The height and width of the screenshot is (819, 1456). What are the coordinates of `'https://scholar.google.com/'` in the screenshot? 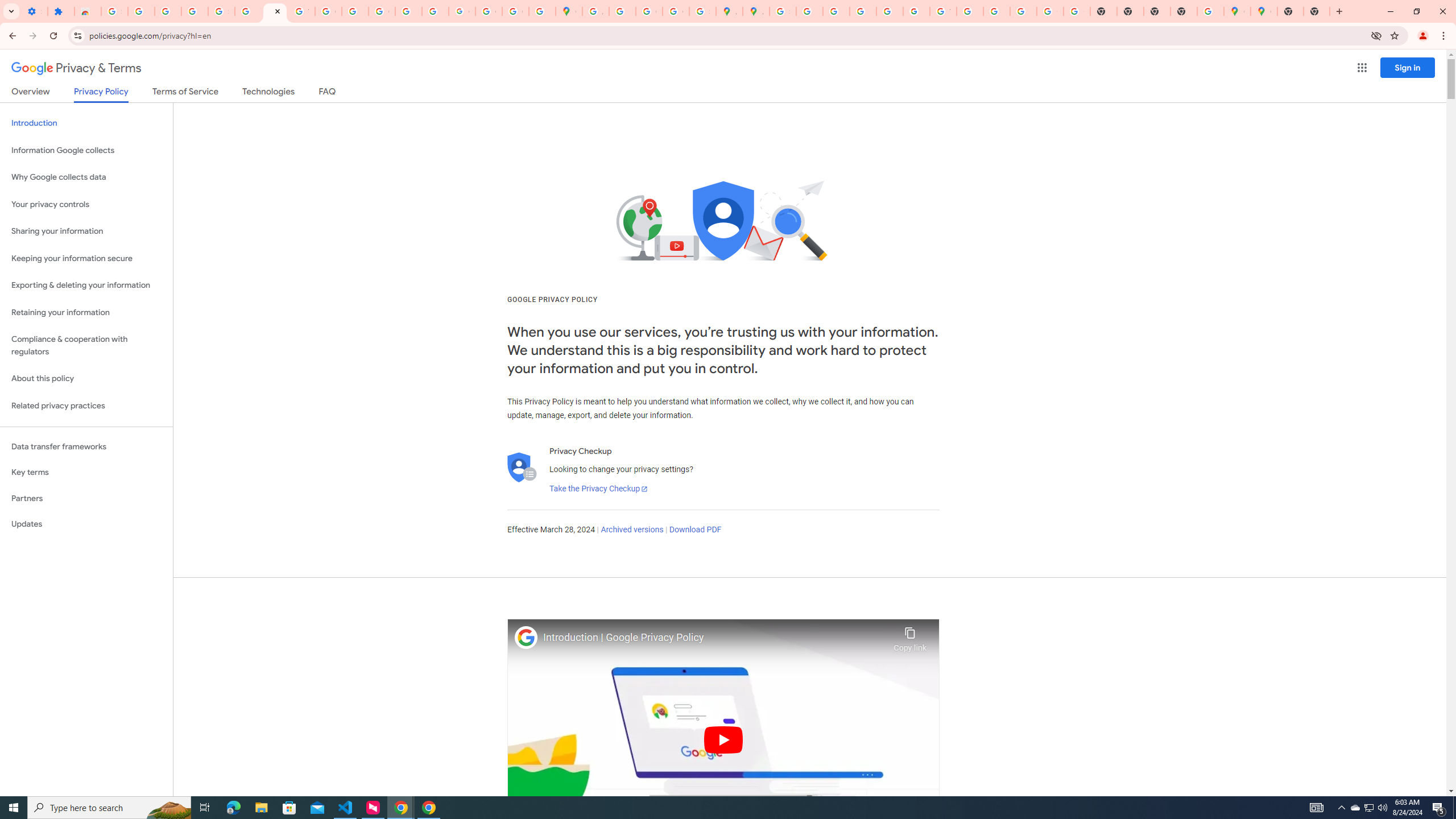 It's located at (354, 11).